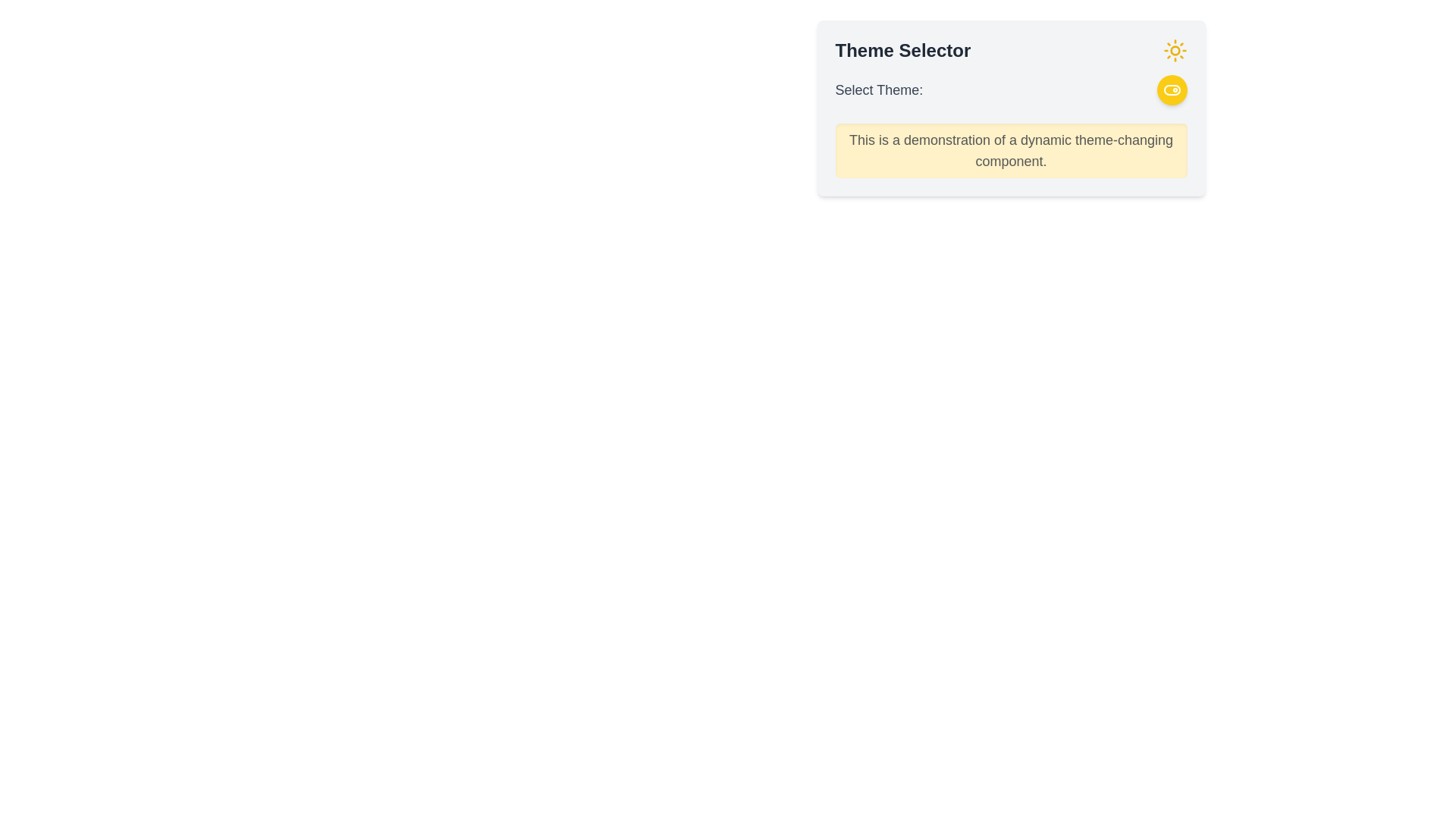 The image size is (1456, 819). I want to click on the Background element of the toggle switch interface located in the top-right corner of the 'Theme Selector' card, so click(1171, 90).